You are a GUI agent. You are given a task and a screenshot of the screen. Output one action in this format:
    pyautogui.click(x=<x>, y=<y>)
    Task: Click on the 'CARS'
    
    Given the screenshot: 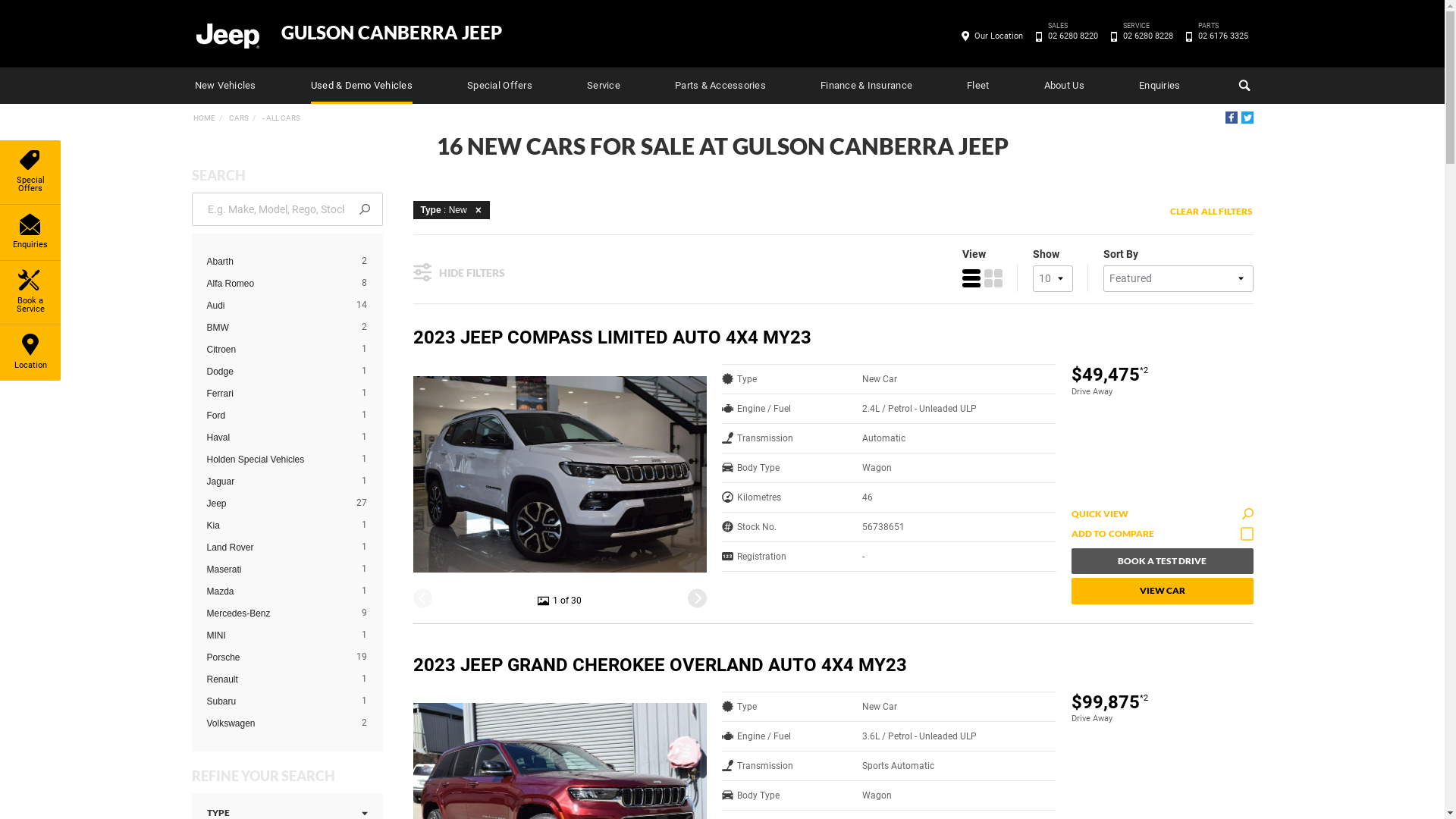 What is the action you would take?
    pyautogui.click(x=237, y=117)
    